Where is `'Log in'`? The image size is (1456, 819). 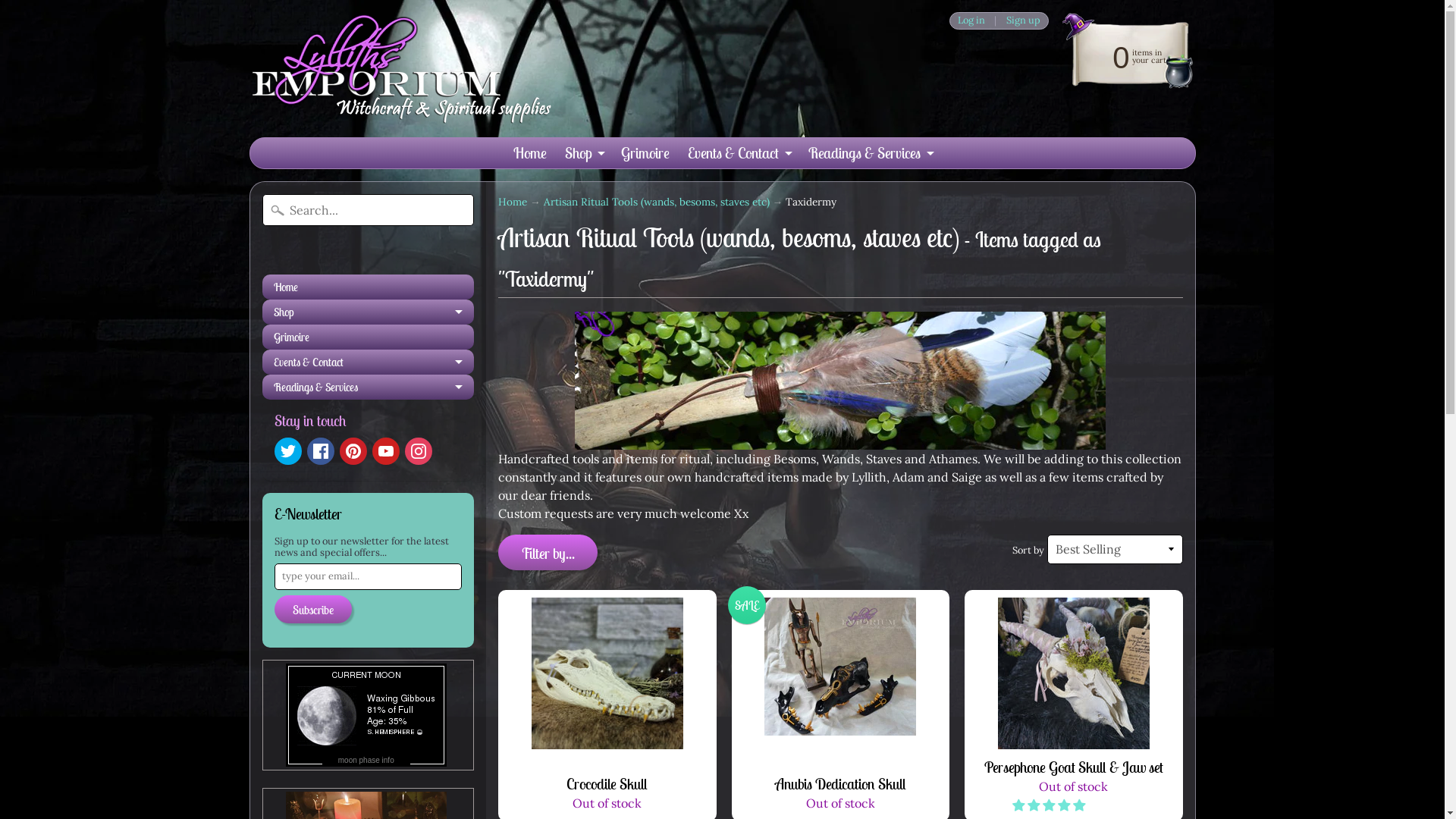
'Log in' is located at coordinates (971, 20).